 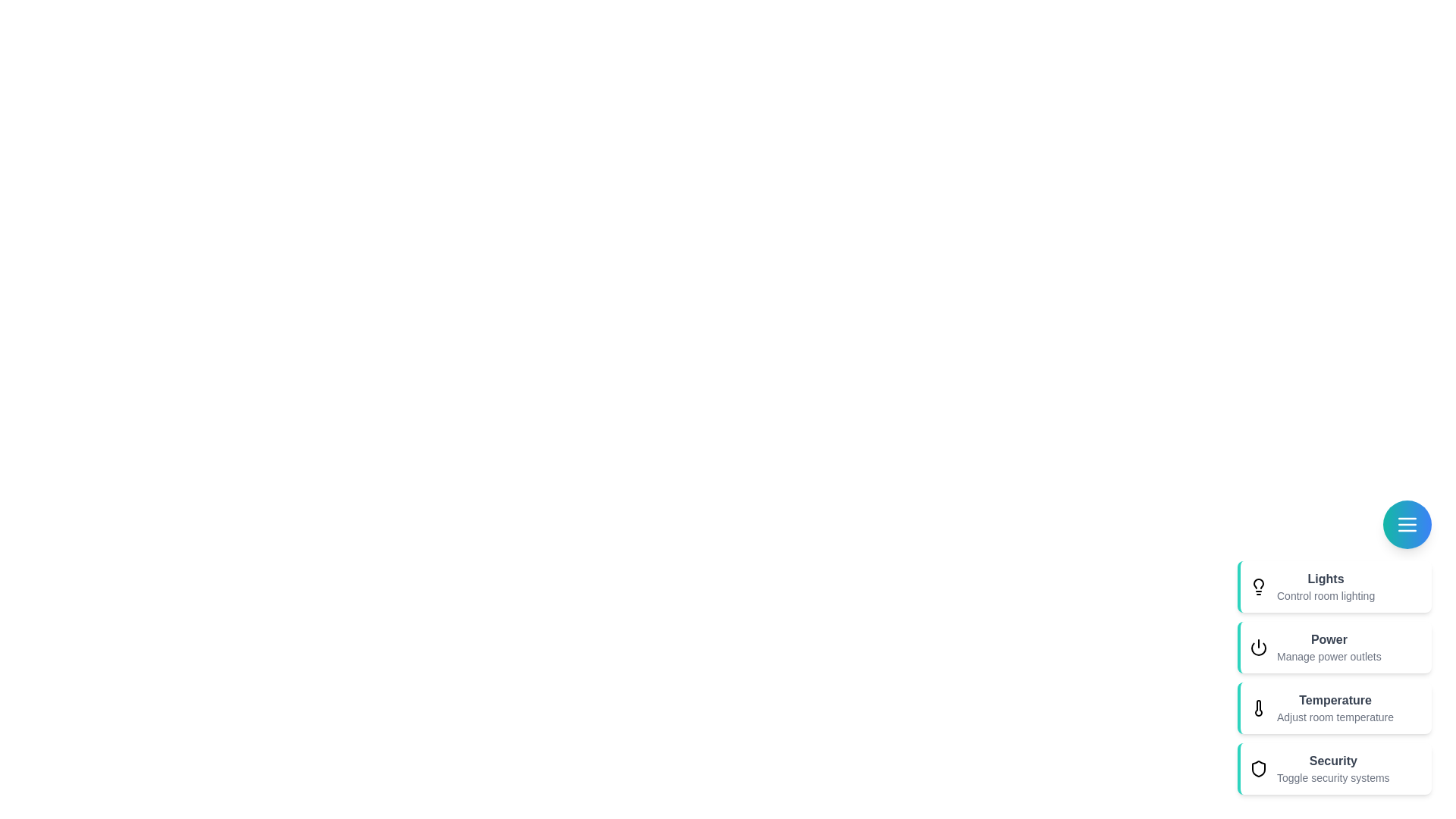 What do you see at coordinates (1335, 647) in the screenshot?
I see `the Power action from the menu` at bounding box center [1335, 647].